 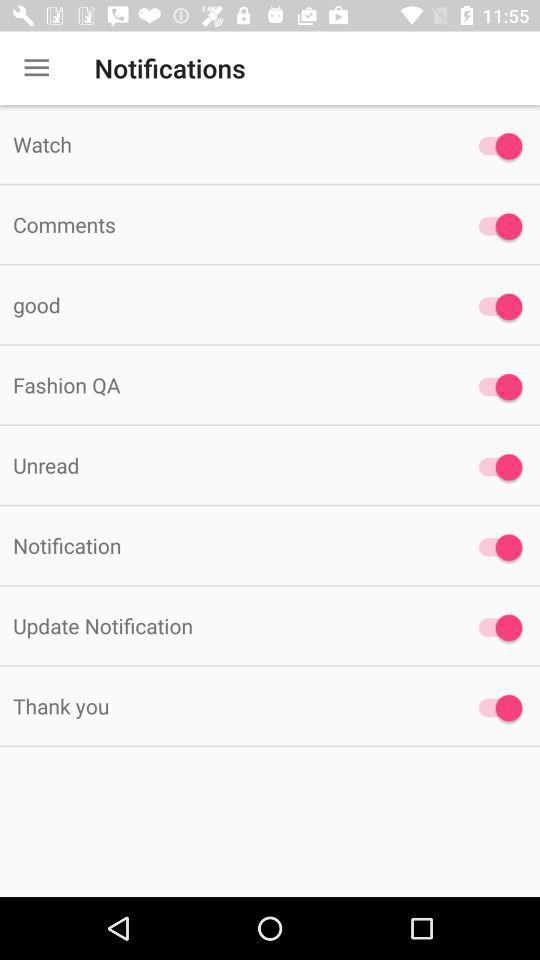 What do you see at coordinates (494, 547) in the screenshot?
I see `the last third button at the right side of the page` at bounding box center [494, 547].